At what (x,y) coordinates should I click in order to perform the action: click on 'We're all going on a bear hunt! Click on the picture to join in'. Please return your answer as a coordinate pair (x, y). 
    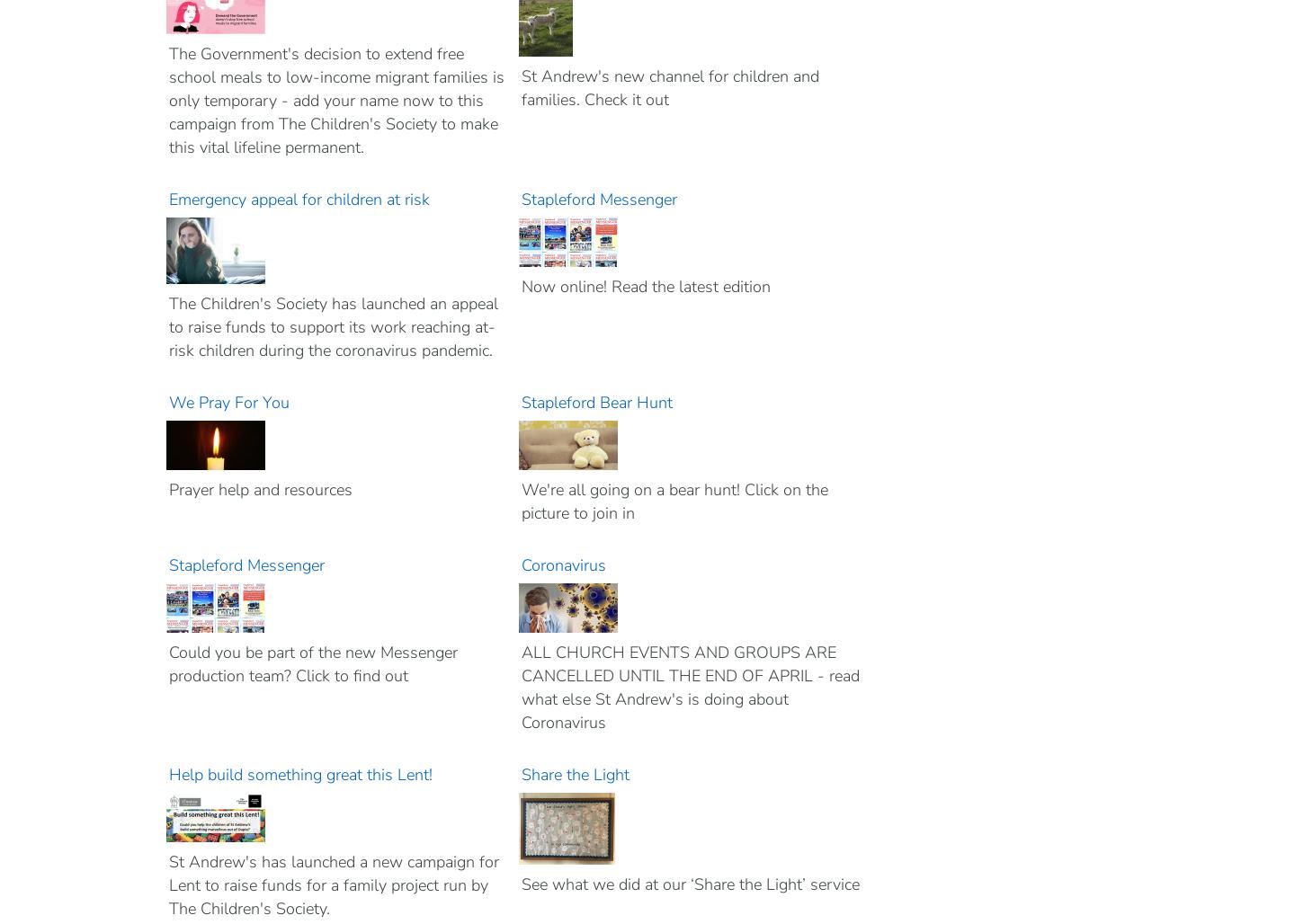
    Looking at the image, I should click on (521, 501).